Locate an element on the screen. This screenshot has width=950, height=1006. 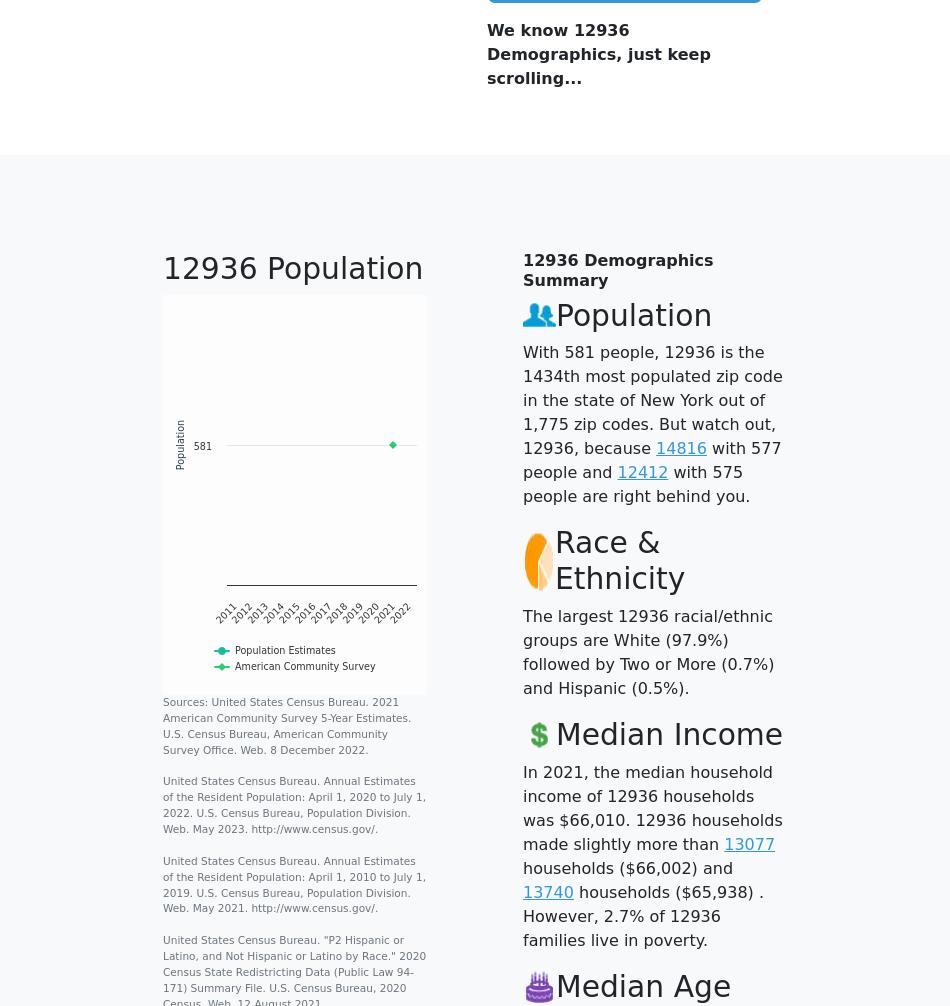
'FAQ' is located at coordinates (140, 879).